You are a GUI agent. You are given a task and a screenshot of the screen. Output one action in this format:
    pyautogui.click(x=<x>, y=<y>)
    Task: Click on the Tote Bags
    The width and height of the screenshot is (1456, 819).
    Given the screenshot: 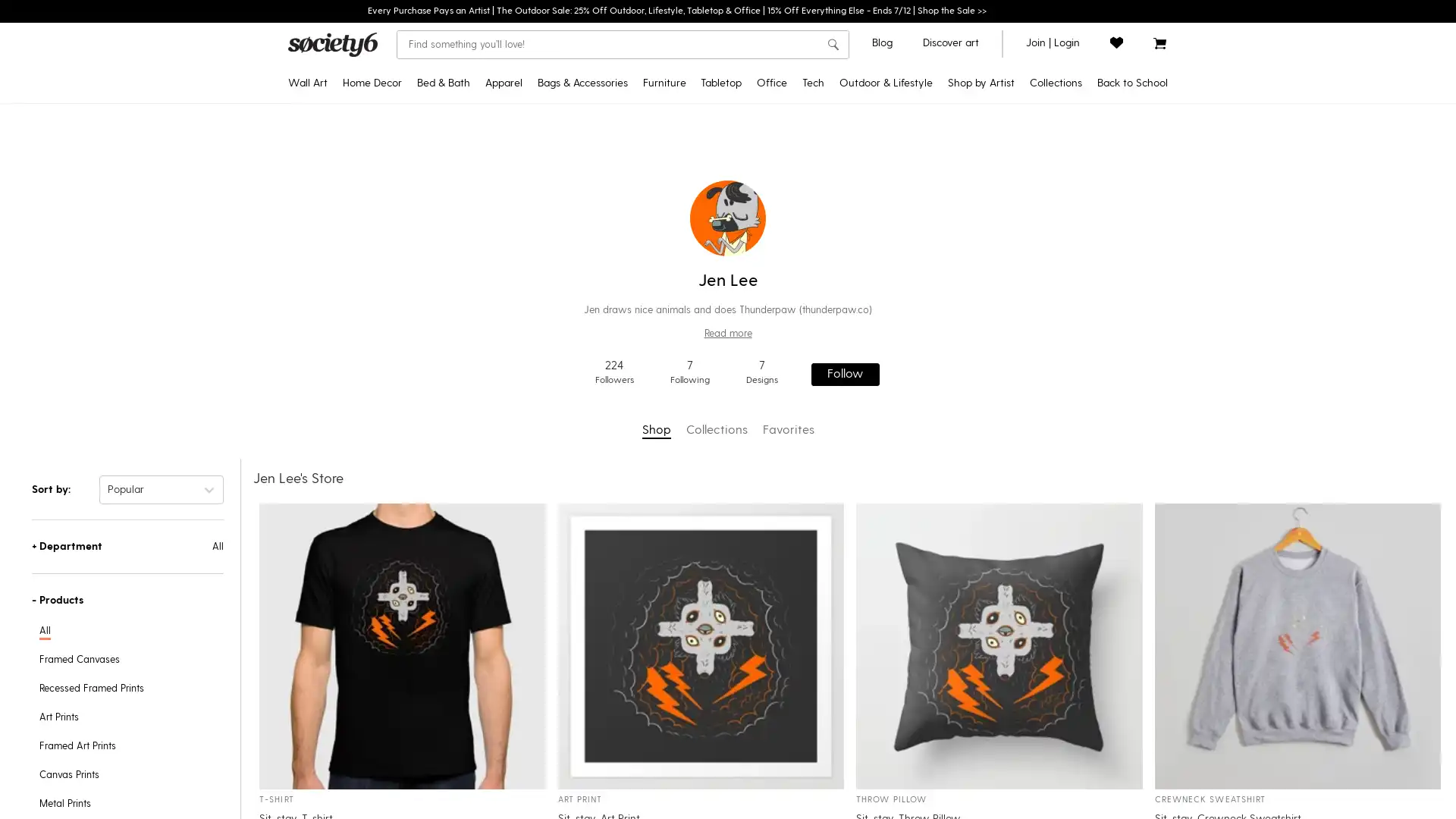 What is the action you would take?
    pyautogui.click(x=592, y=121)
    